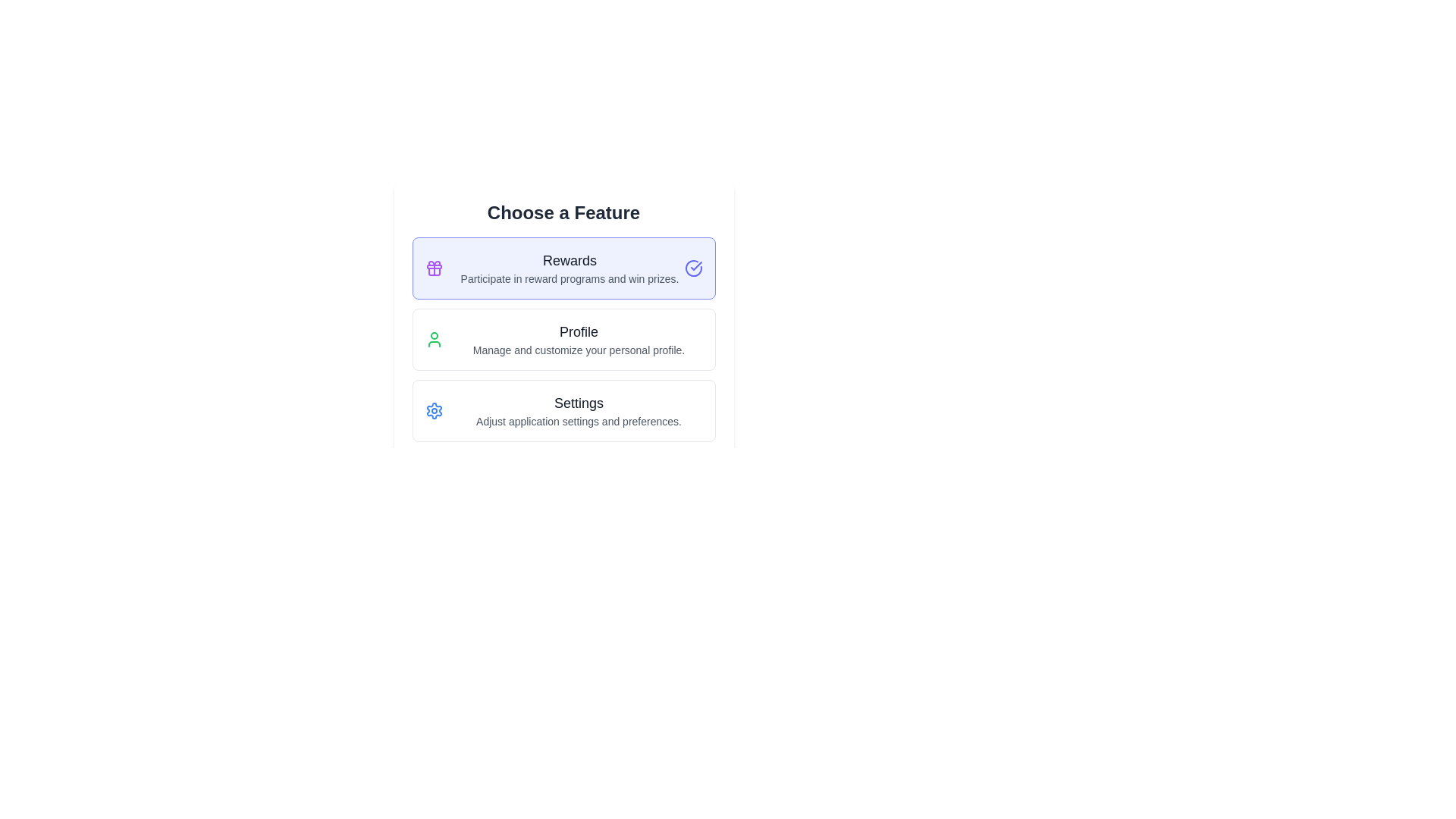 The width and height of the screenshot is (1456, 819). Describe the element at coordinates (695, 265) in the screenshot. I see `the Decorative SVG Icon that serves as a symbolic indicator for the 'Rewards' feature, located towards the right side of the entry and aligned with the associated text` at that location.